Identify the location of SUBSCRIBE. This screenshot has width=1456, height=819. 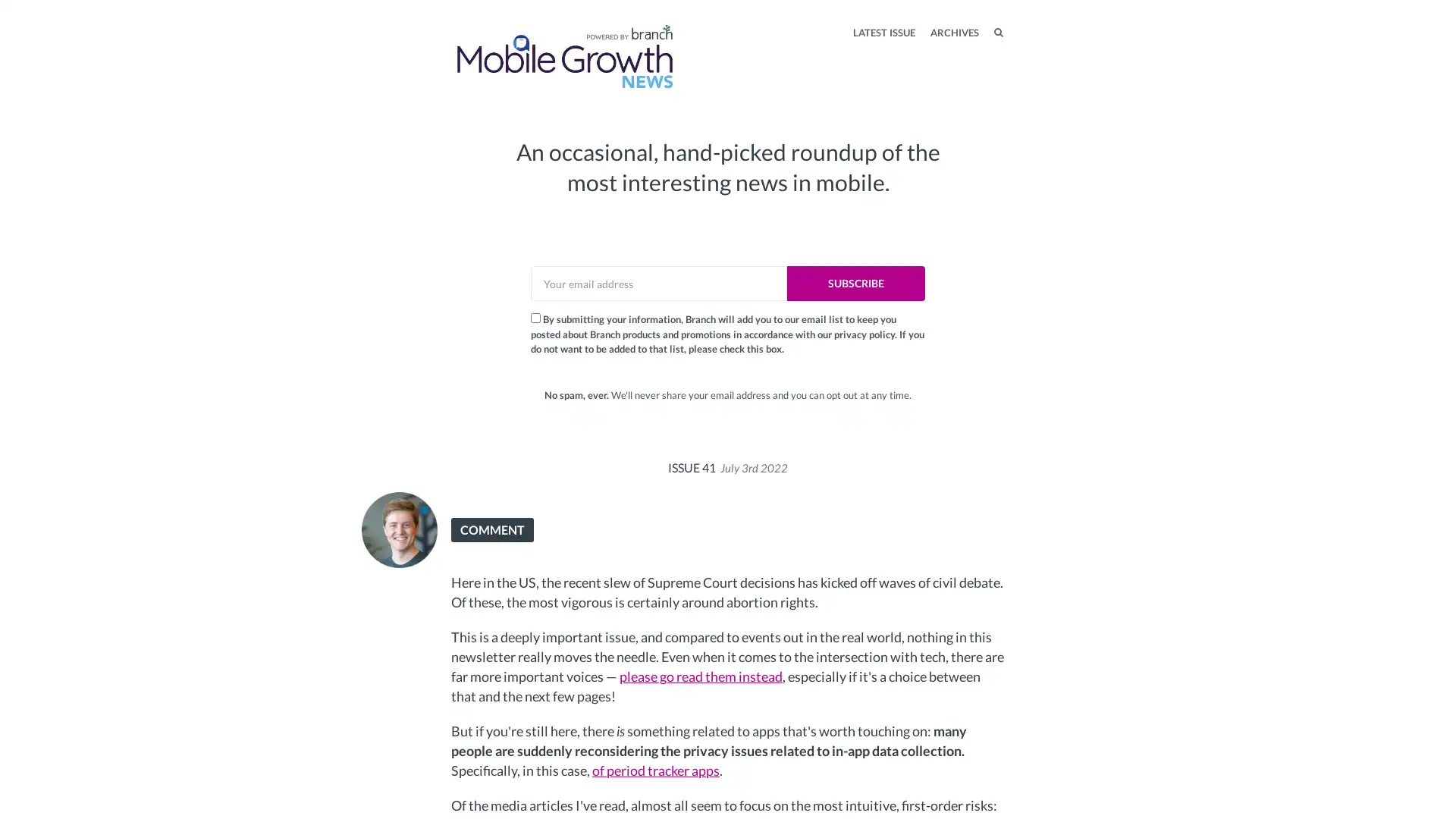
(855, 284).